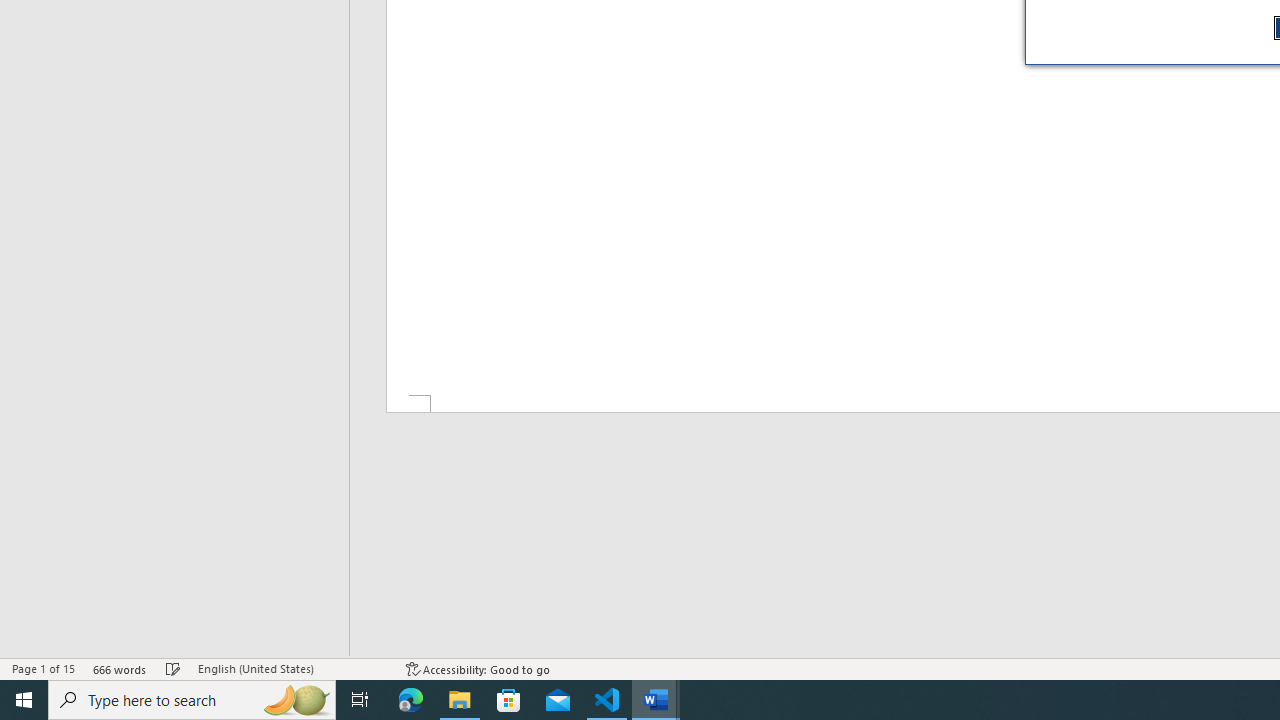  Describe the element at coordinates (294, 698) in the screenshot. I see `'Search highlights icon opens search home window'` at that location.